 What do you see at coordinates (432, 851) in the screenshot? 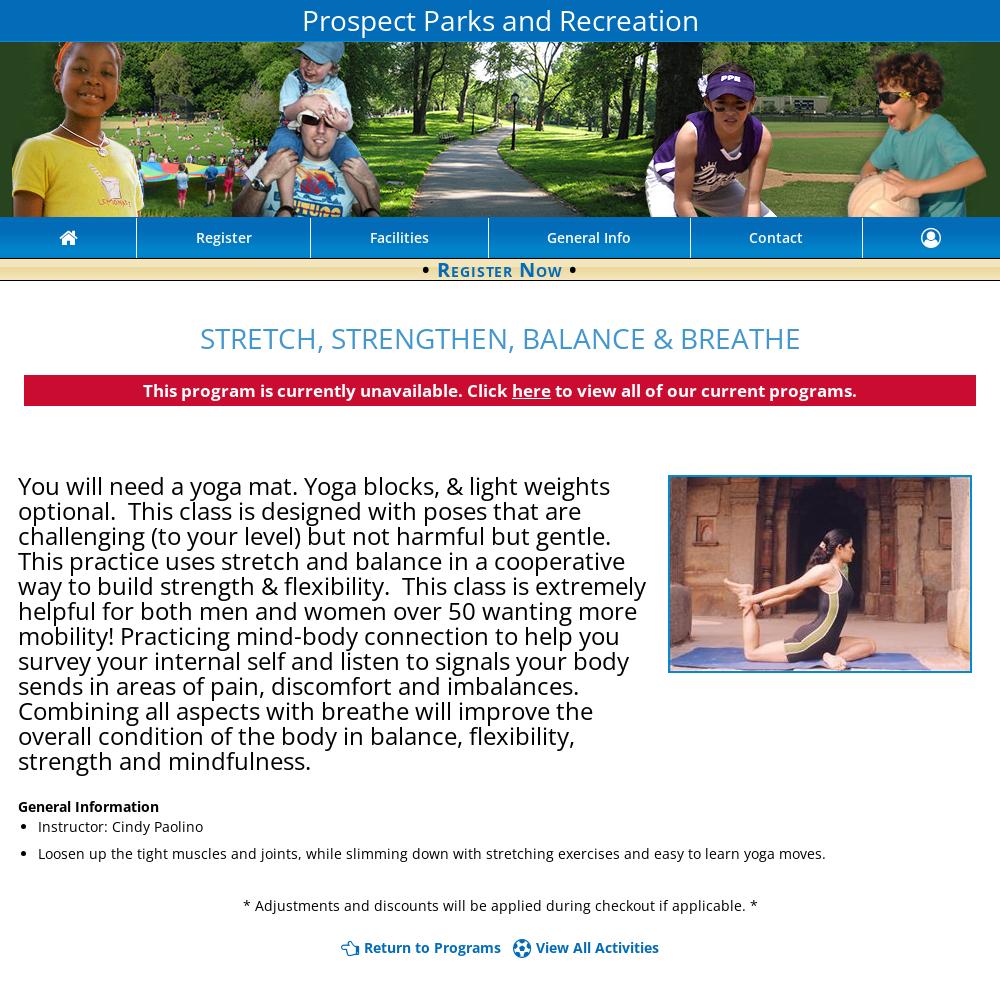
I see `'Loosen up the tight muscles and joints, while slimming down with stretching exercises and easy to learn yoga moves.'` at bounding box center [432, 851].